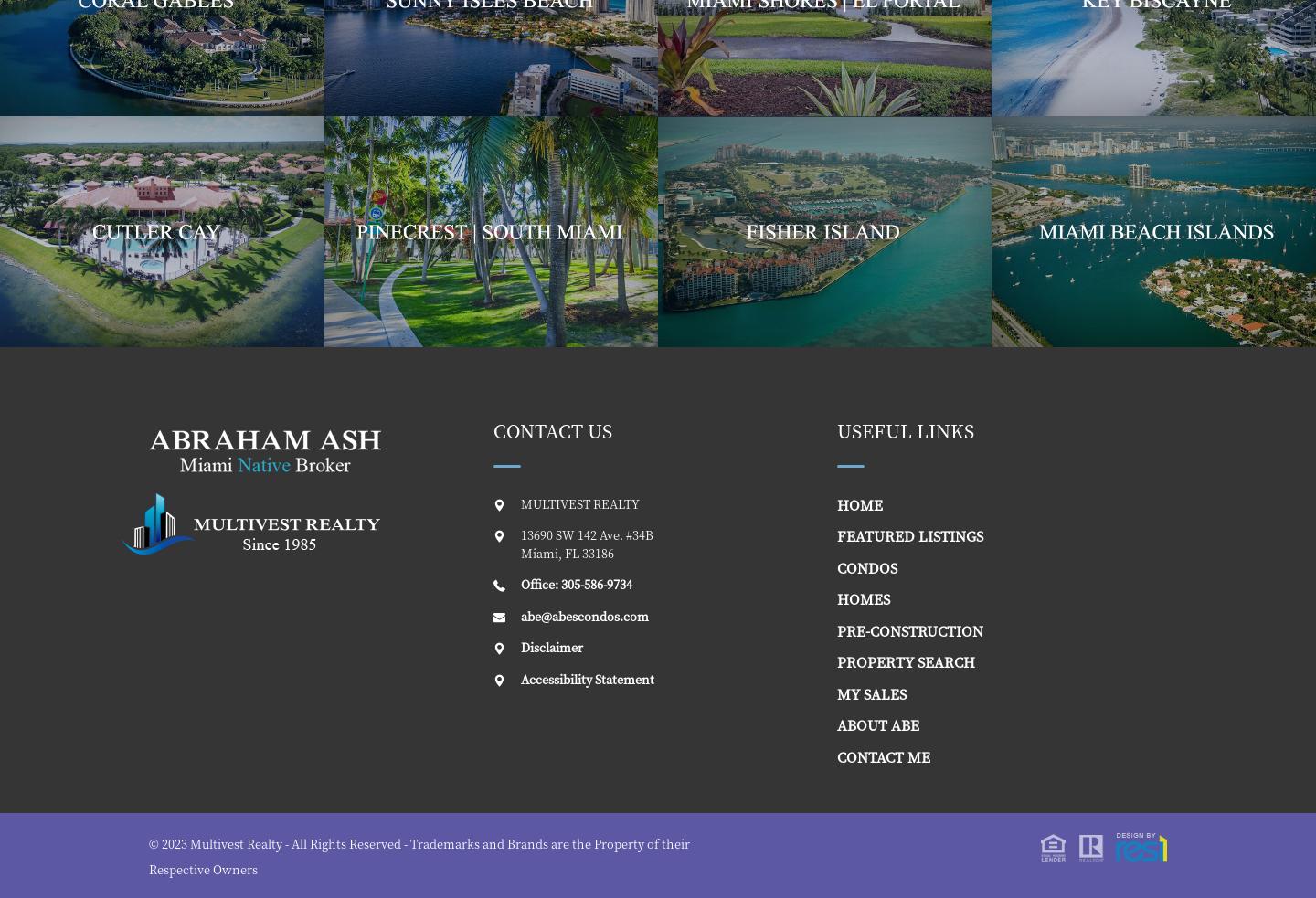 Image resolution: width=1316 pixels, height=898 pixels. Describe the element at coordinates (596, 552) in the screenshot. I see `'33186'` at that location.